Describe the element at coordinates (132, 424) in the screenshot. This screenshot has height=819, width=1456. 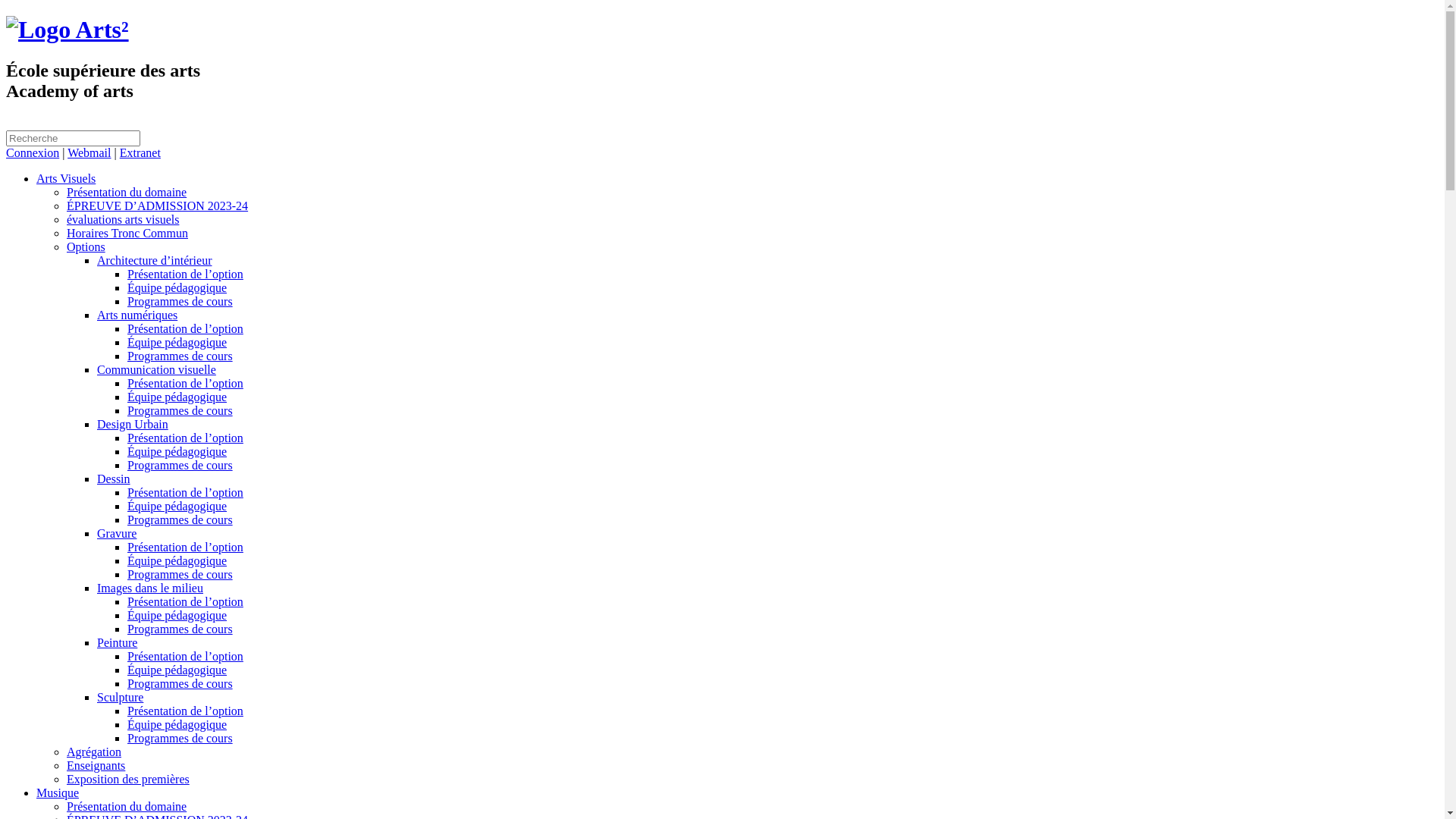
I see `'Design Urbain'` at that location.